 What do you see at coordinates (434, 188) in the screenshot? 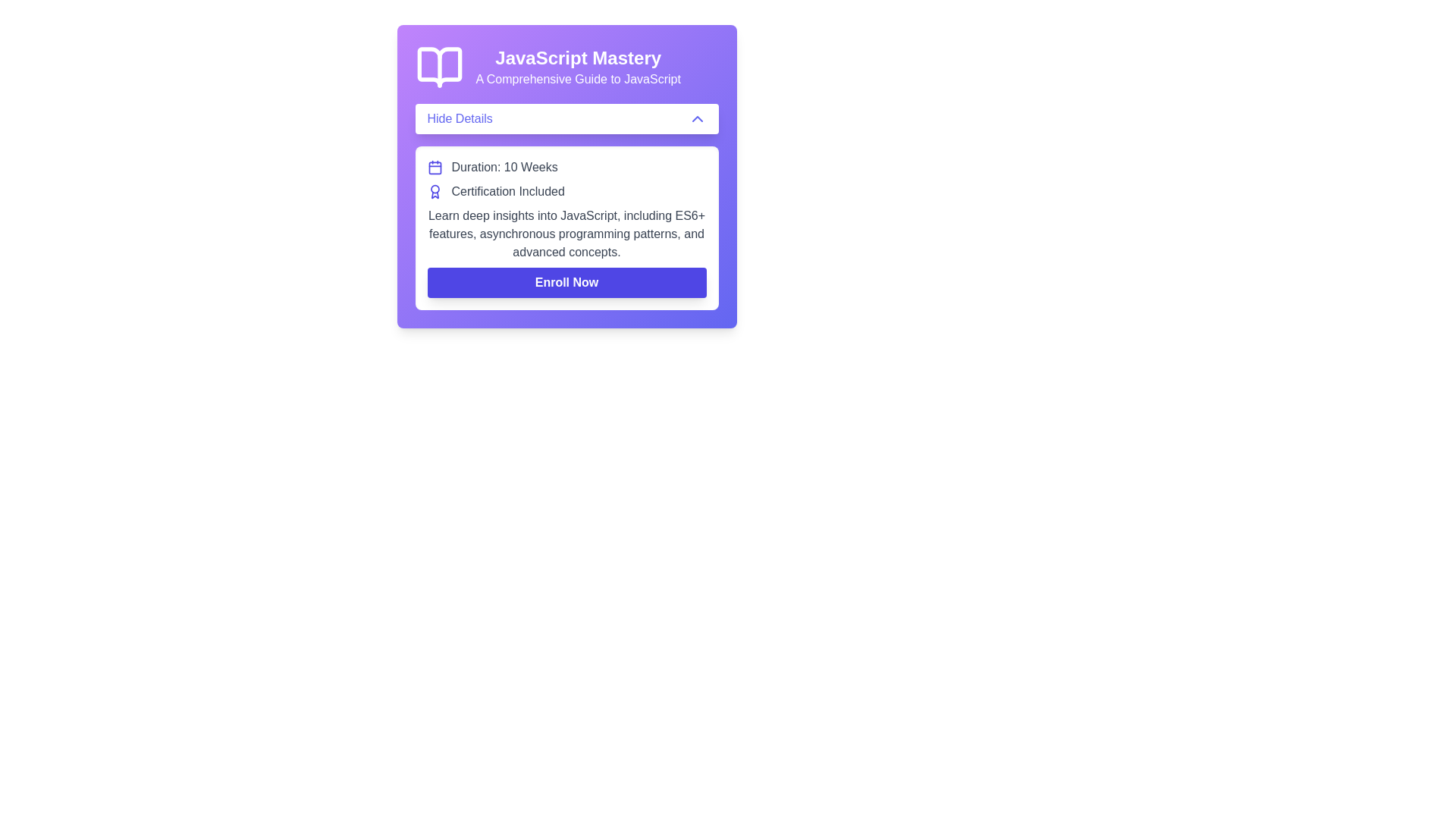
I see `the indigo-accented SVG circle element, which is part of a badge-like graphic located in the upper-middle region of the interface` at bounding box center [434, 188].